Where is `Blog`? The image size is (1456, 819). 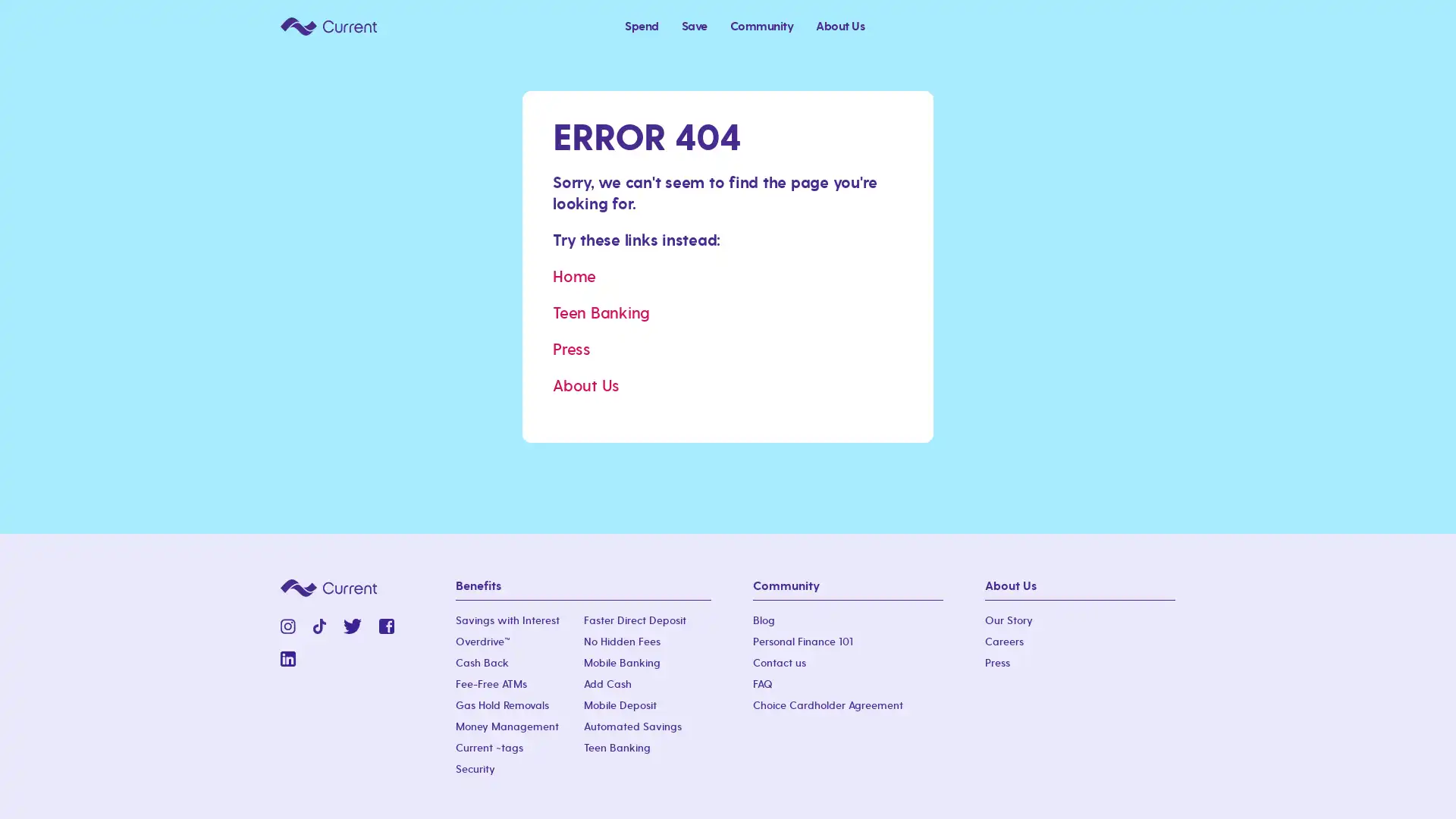 Blog is located at coordinates (764, 620).